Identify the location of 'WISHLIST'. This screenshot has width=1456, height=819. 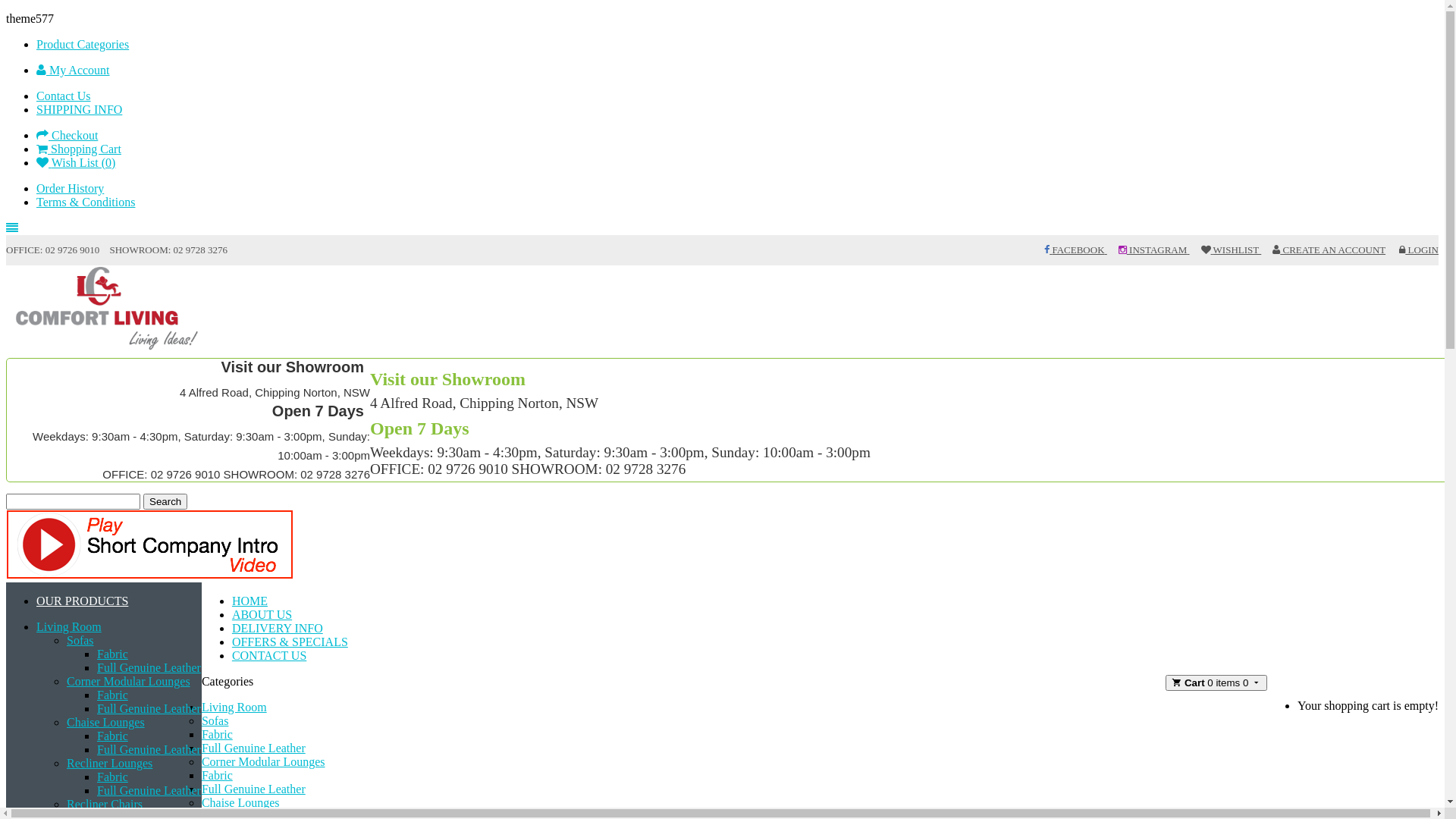
(1231, 249).